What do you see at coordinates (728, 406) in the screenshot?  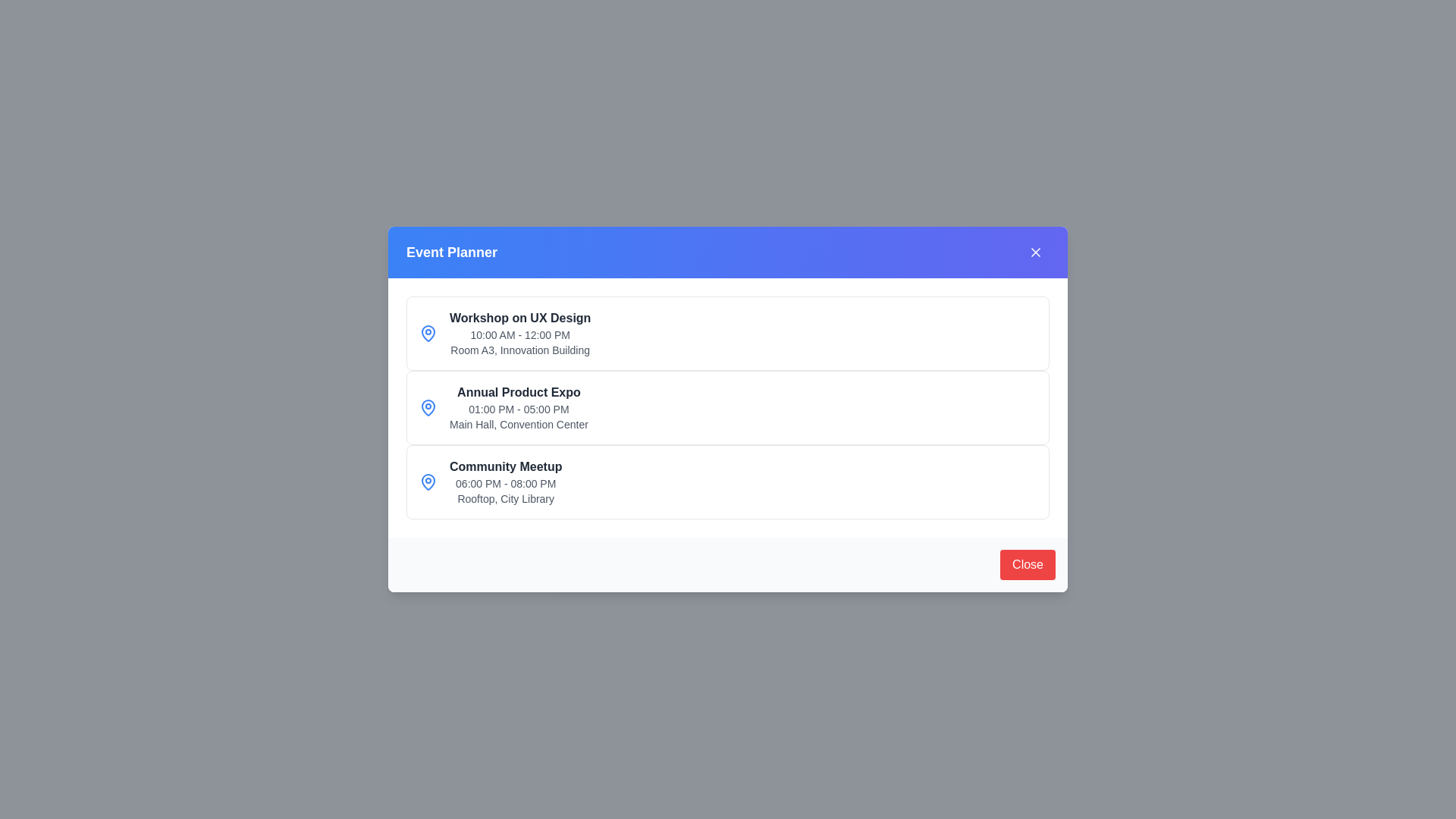 I see `the section corresponding to Annual Product Expo` at bounding box center [728, 406].